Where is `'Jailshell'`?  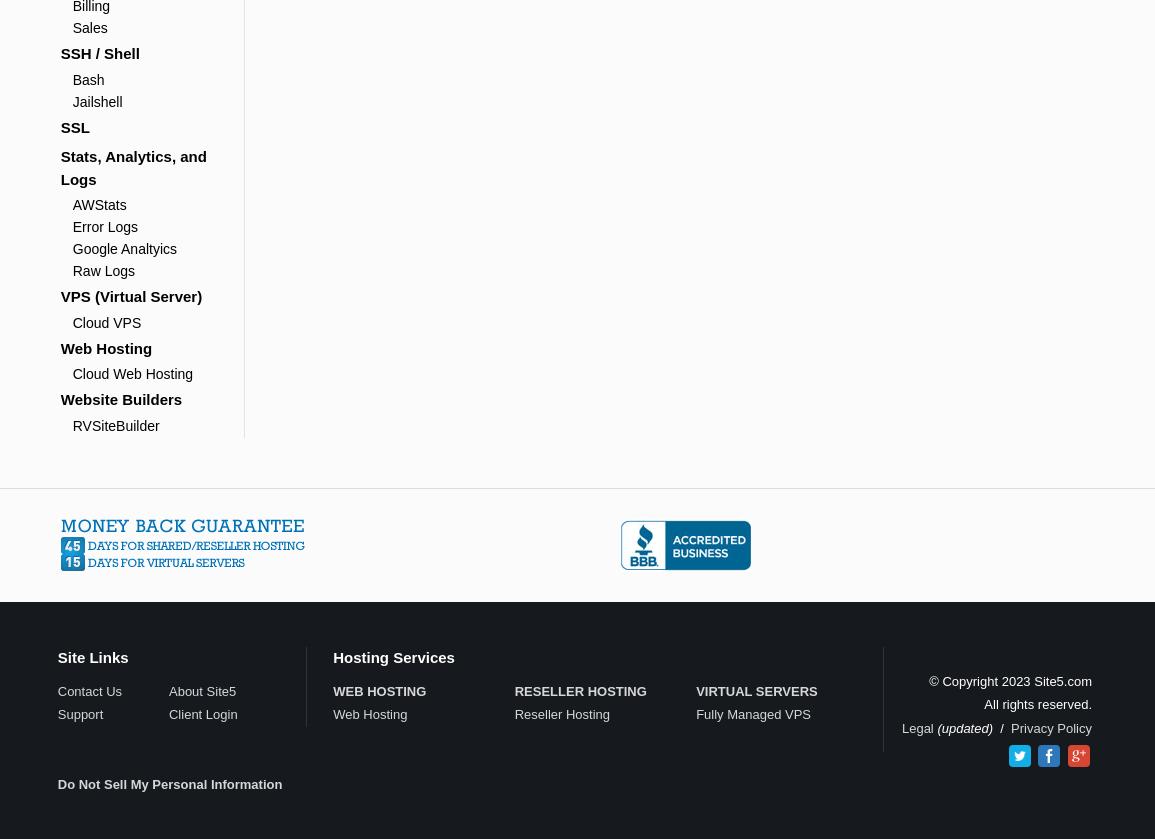
'Jailshell' is located at coordinates (97, 101).